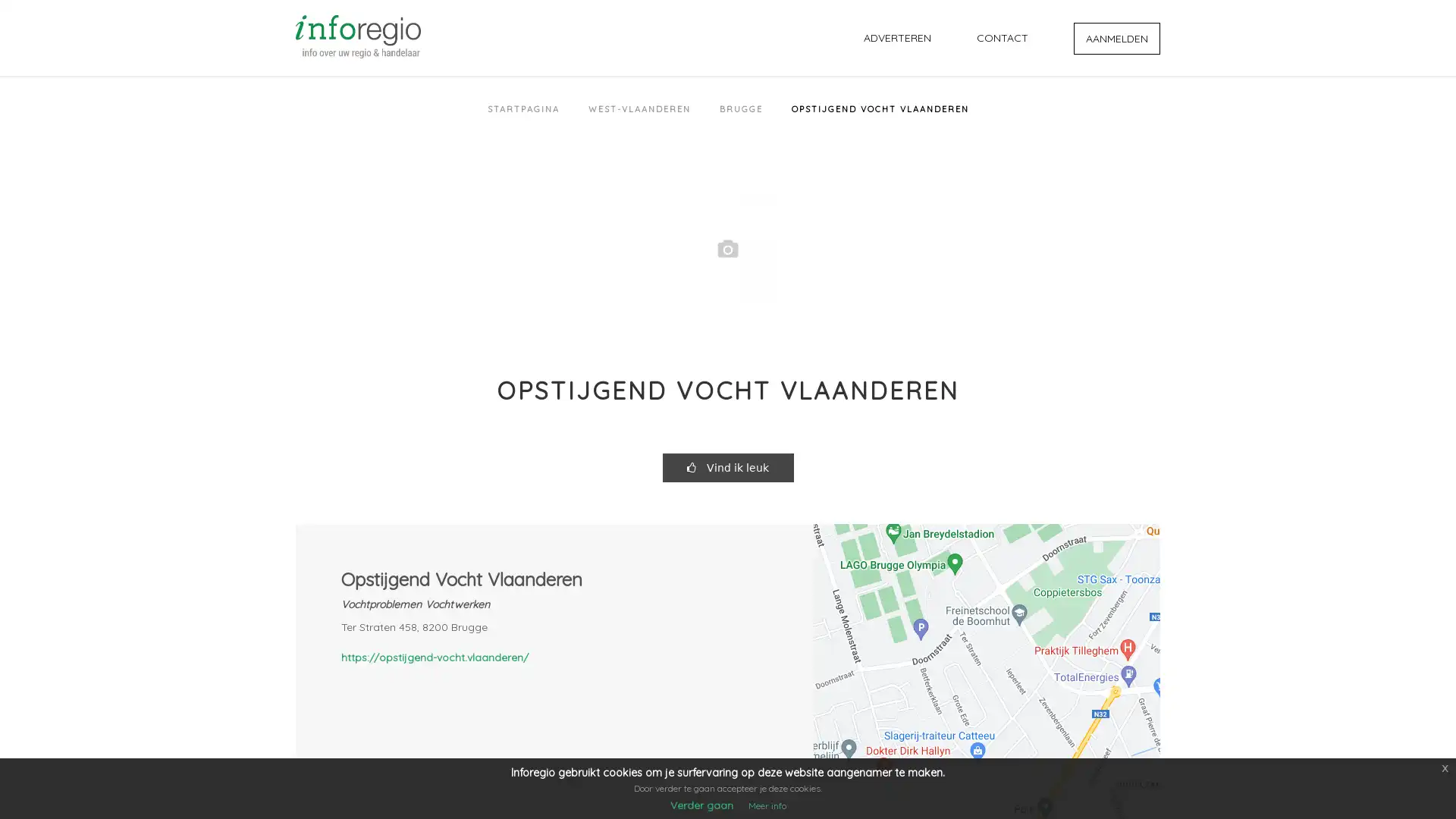 The width and height of the screenshot is (1456, 819). I want to click on Opstijgend Vocht Vlaanderen, so click(986, 654).